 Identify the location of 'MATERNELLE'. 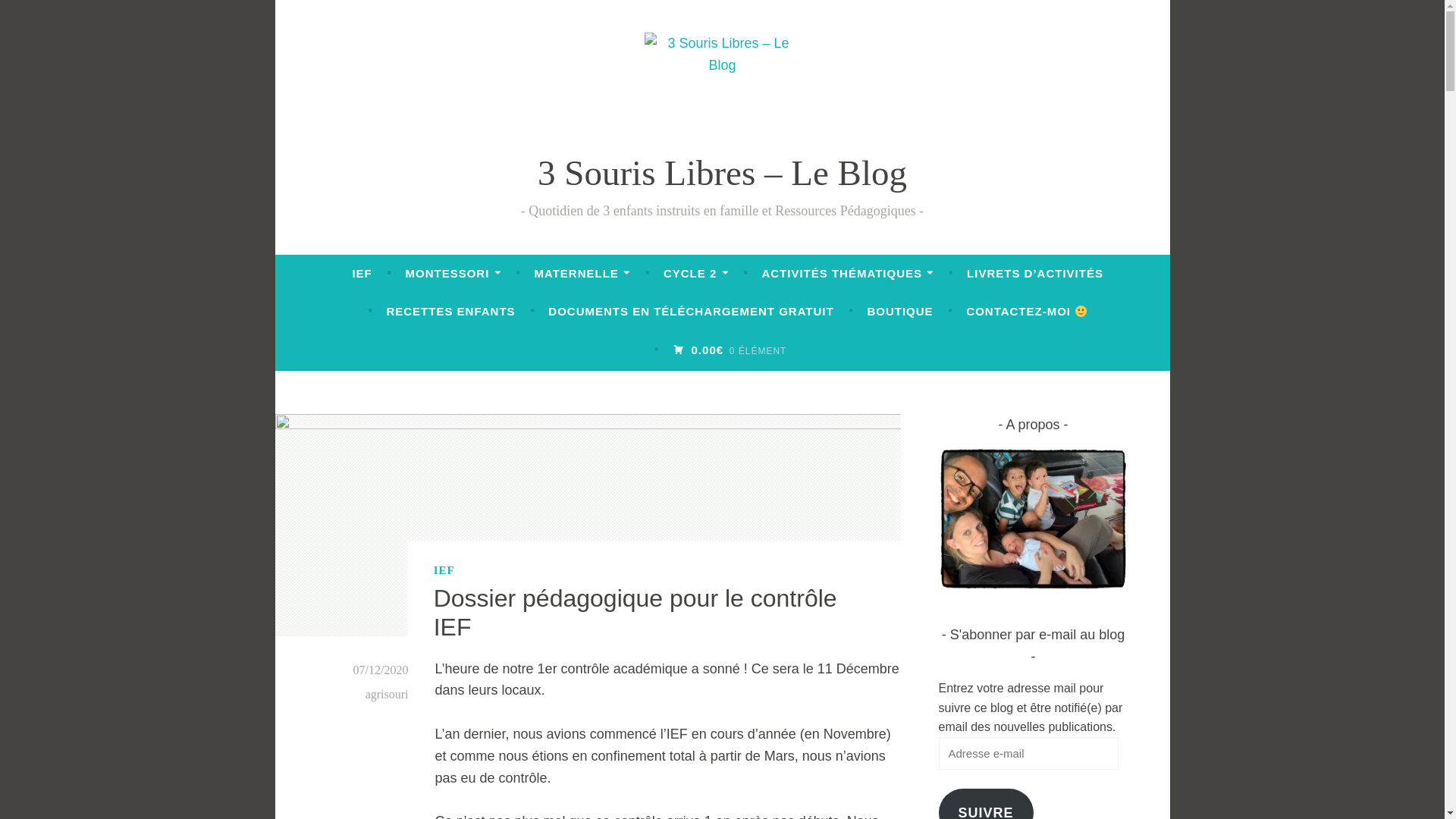
(581, 274).